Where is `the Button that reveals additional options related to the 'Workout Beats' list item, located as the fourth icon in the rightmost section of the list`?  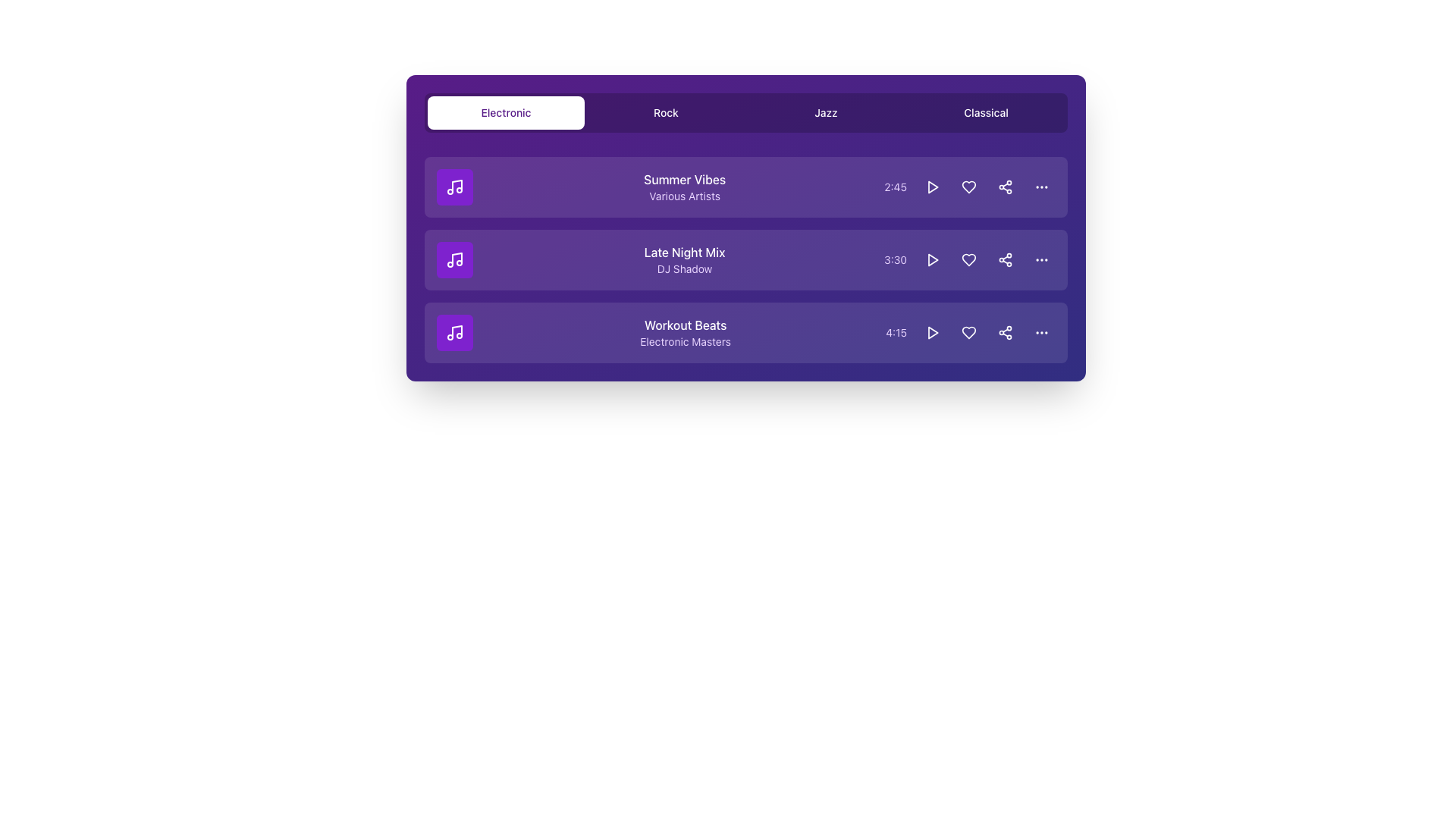
the Button that reveals additional options related to the 'Workout Beats' list item, located as the fourth icon in the rightmost section of the list is located at coordinates (1040, 186).